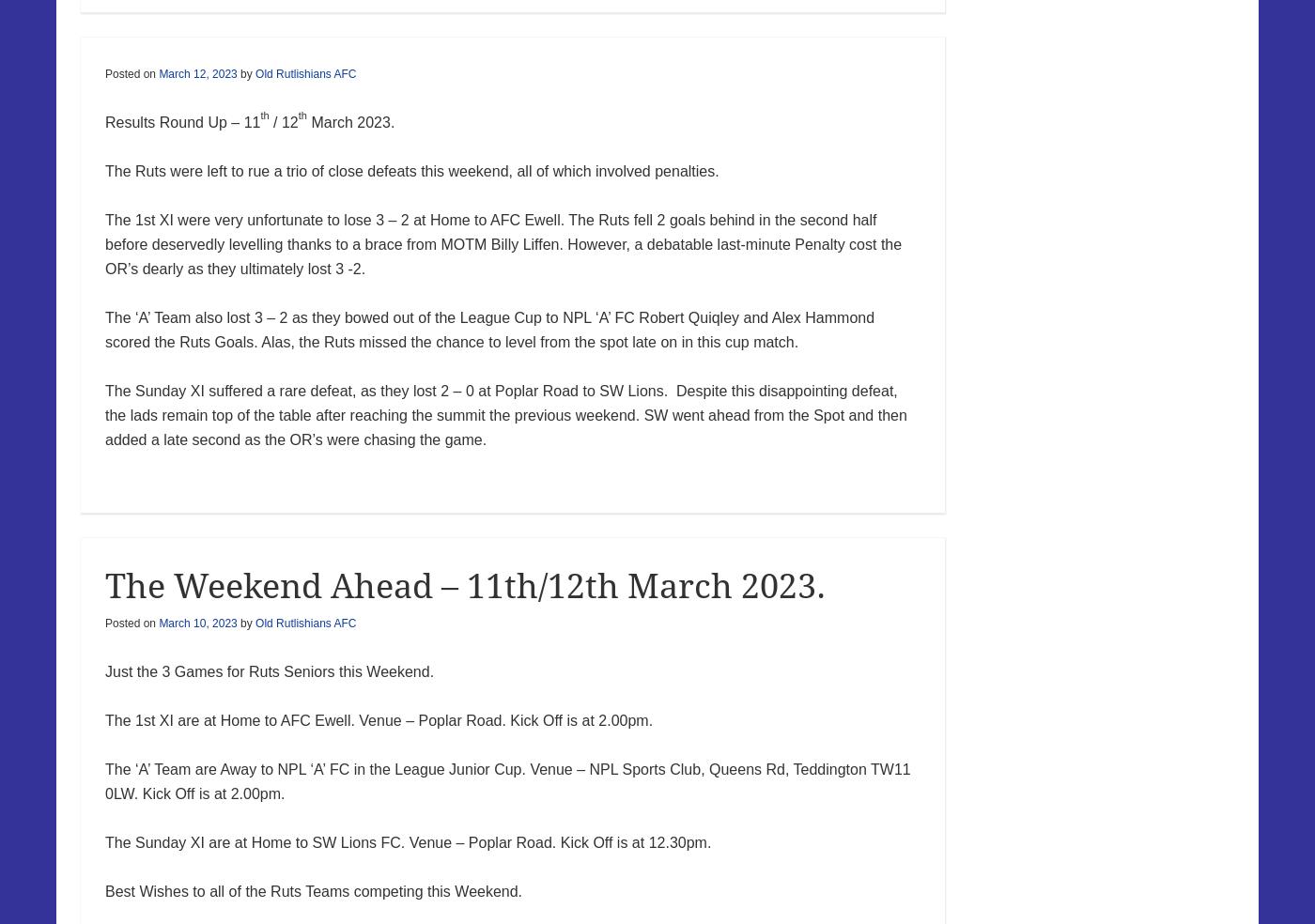 The height and width of the screenshot is (924, 1315). Describe the element at coordinates (105, 414) in the screenshot. I see `'The Sunday XI suffered a rare defeat, as they lost 2 – 0 at Poplar Road to SW Lions.  Despite this disappointing defeat, the lads remain top of the table after reaching the summit the previous weekend. SW went ahead from the Spot and then added a late second as the OR’s were chasing the game.'` at that location.